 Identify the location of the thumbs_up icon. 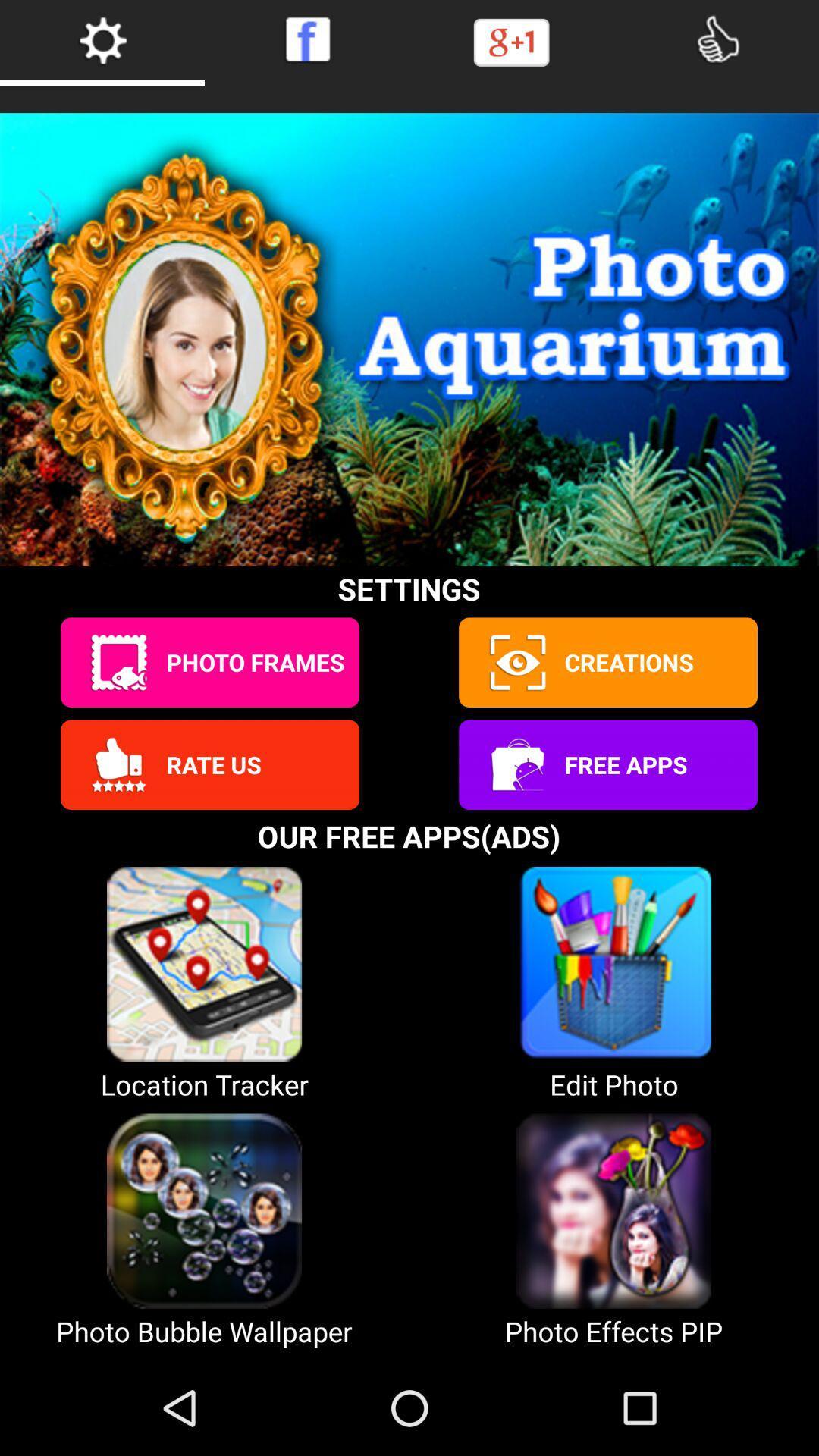
(118, 817).